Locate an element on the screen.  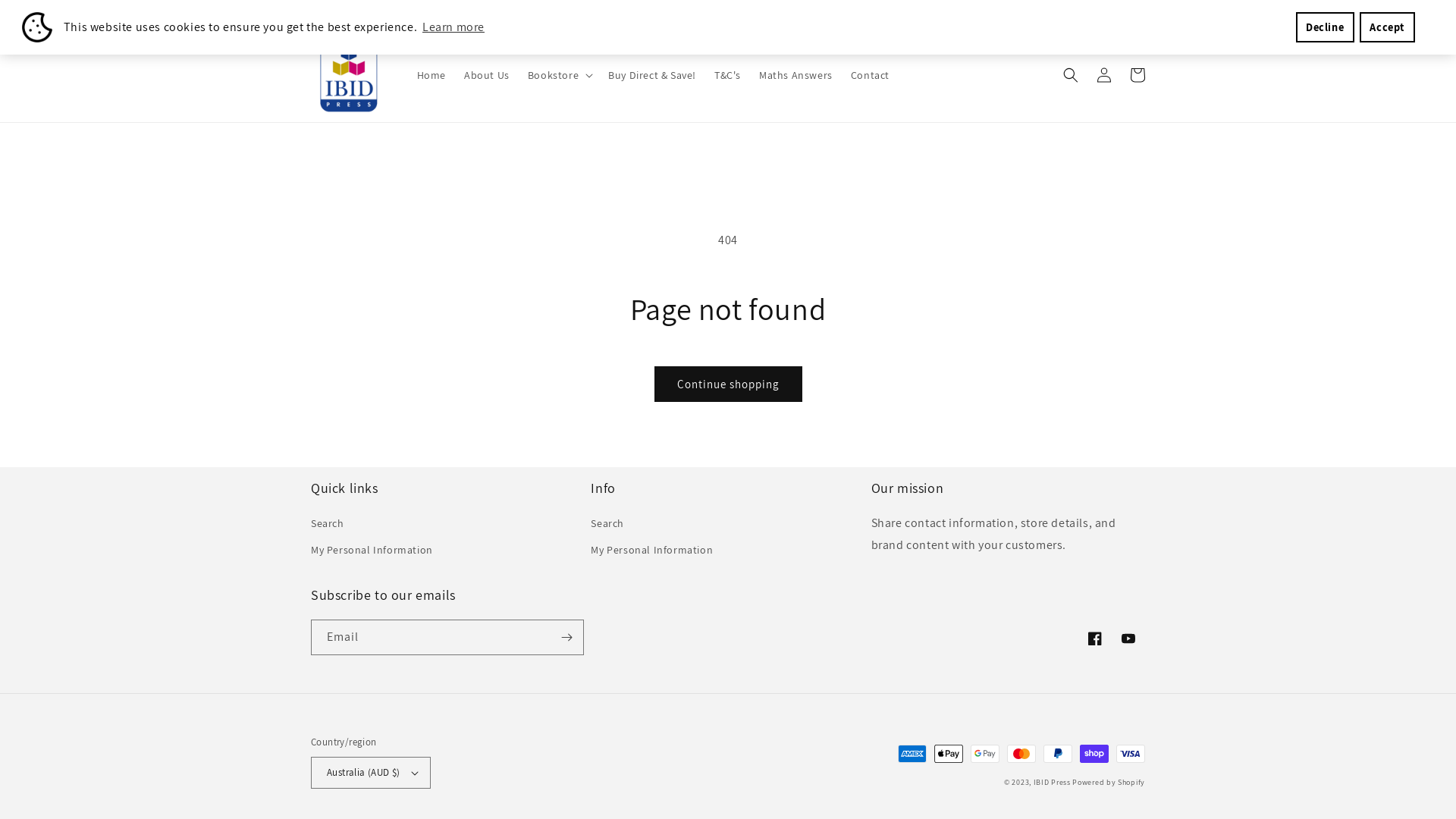
'Contact' is located at coordinates (840, 75).